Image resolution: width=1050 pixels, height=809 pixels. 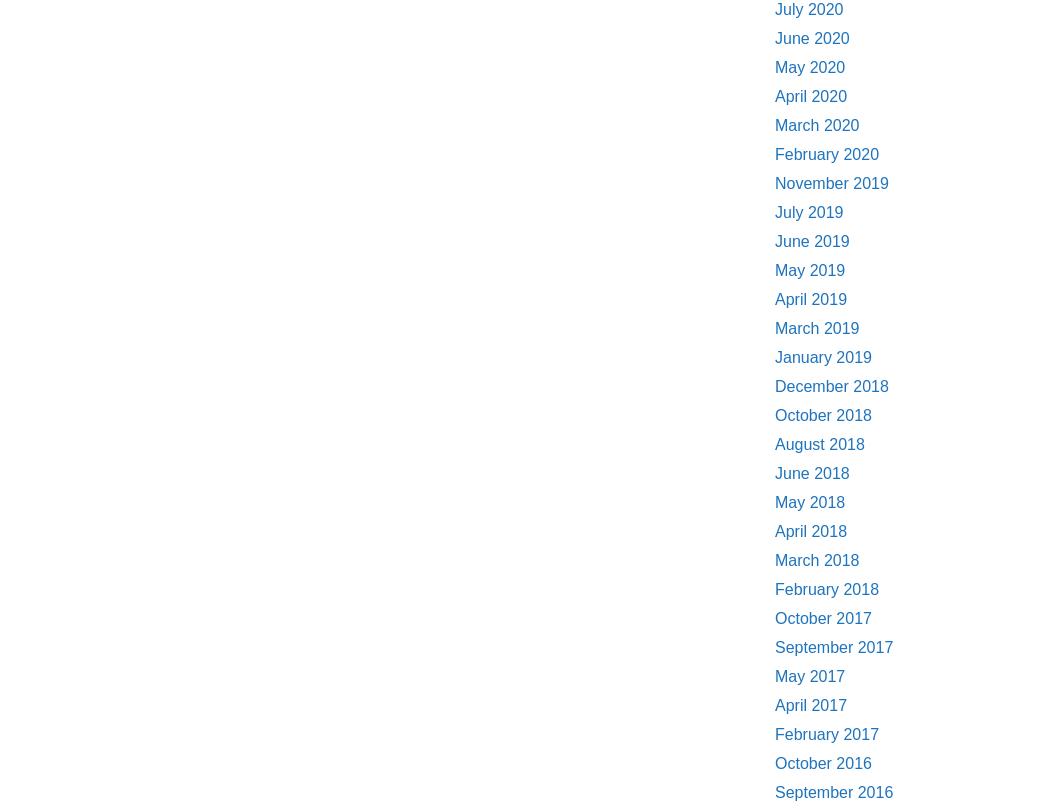 I want to click on 'January 2019', so click(x=821, y=357).